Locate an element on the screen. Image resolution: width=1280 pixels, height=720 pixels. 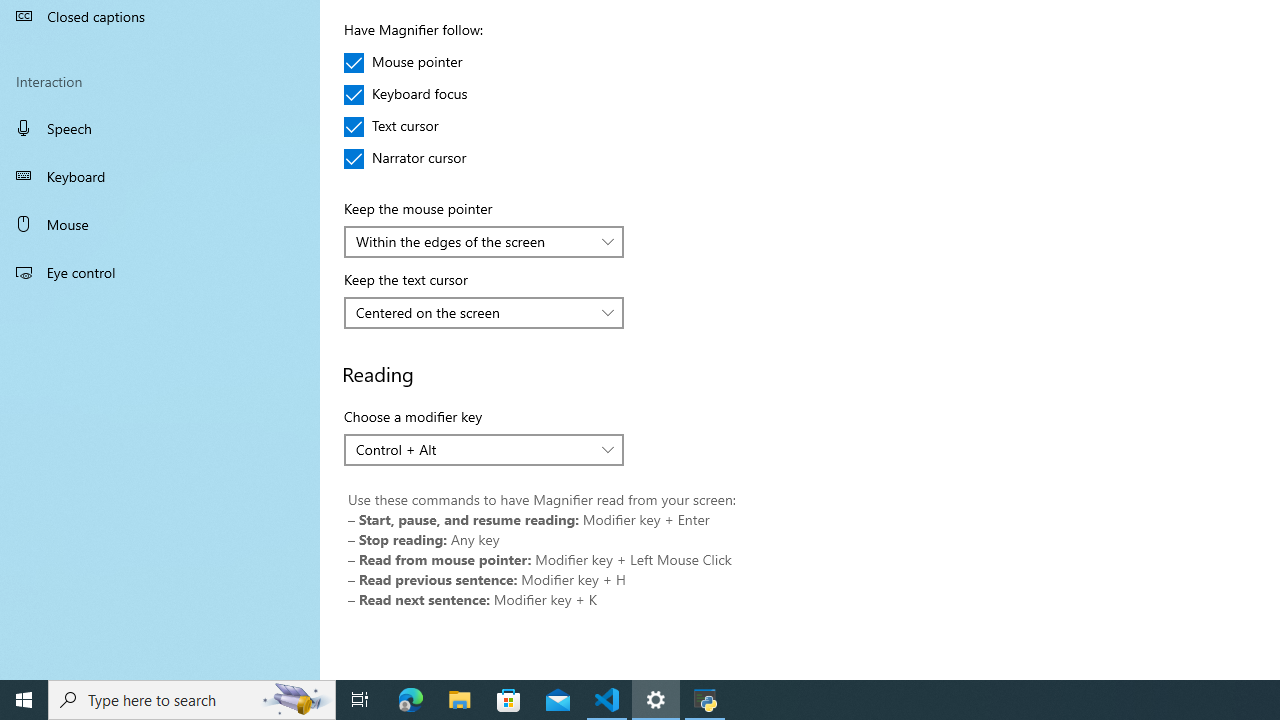
'Keep the text cursor' is located at coordinates (484, 312).